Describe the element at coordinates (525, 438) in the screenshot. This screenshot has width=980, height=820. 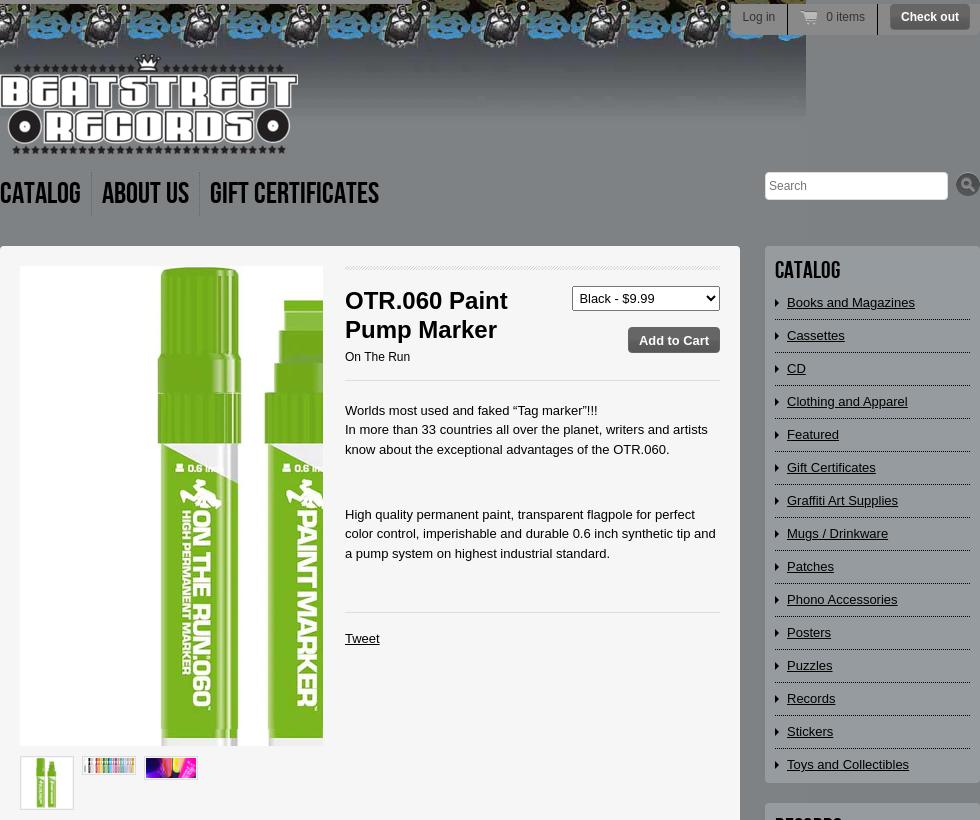
I see `'In more than 33 countries all over the planet, writers and artists know about the exceptional advantages of the OTR.060.'` at that location.